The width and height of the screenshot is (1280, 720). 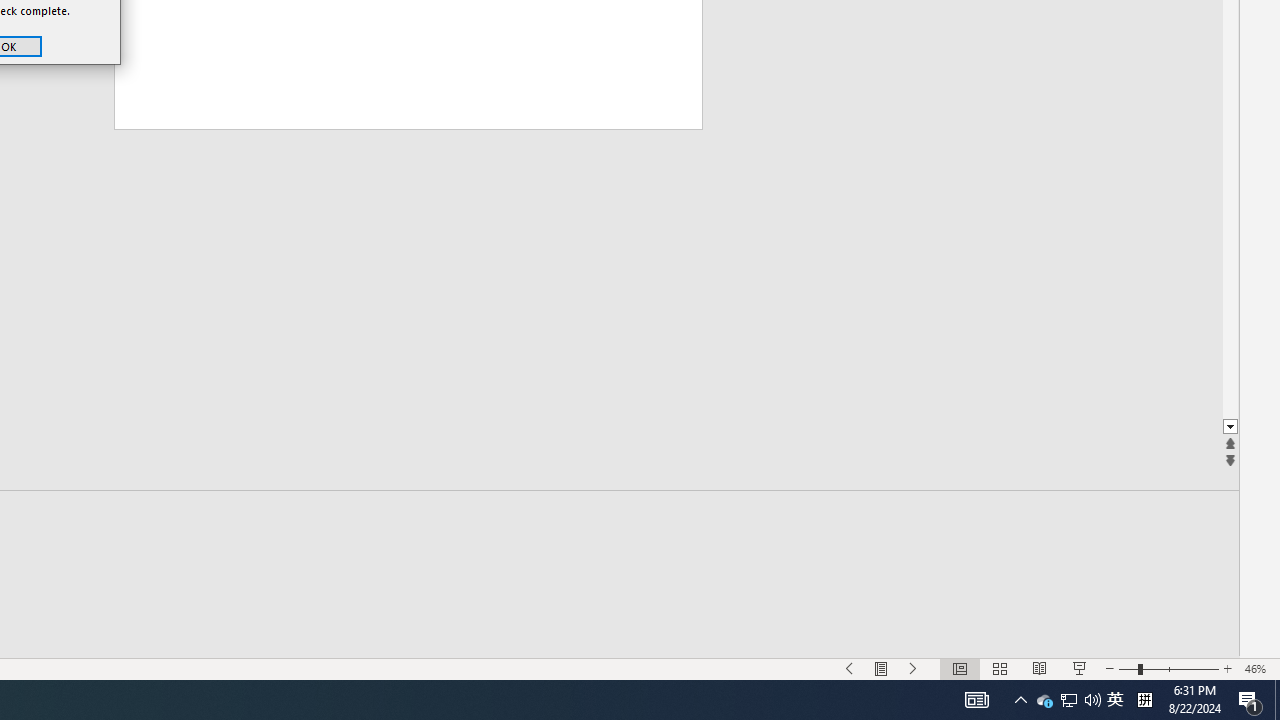 What do you see at coordinates (1067, 698) in the screenshot?
I see `'Reading View'` at bounding box center [1067, 698].